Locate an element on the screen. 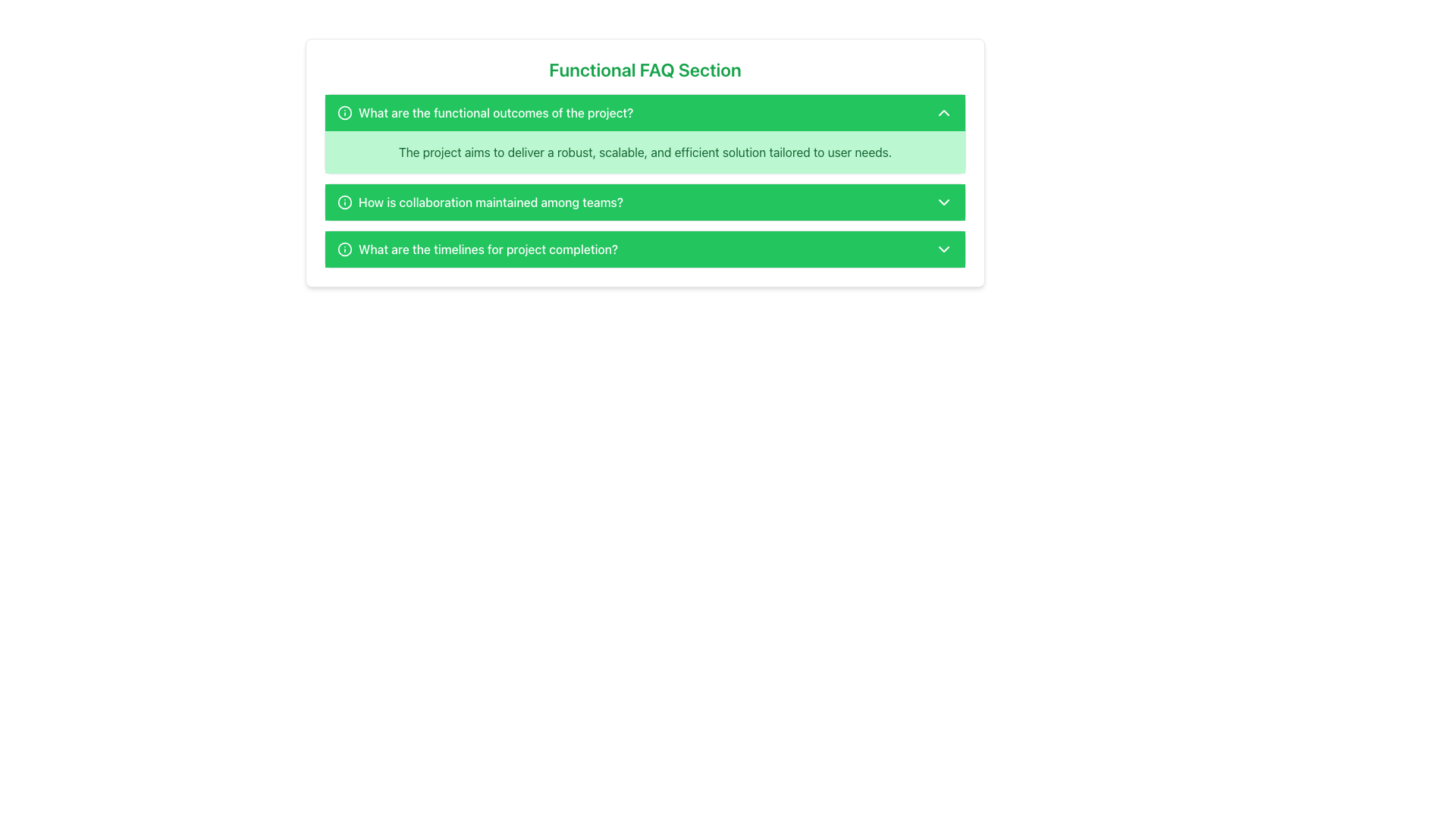  the SVG Circle element located in the FAQ section that corresponds to the question 'What are the functional outcomes of the project?' is located at coordinates (344, 112).